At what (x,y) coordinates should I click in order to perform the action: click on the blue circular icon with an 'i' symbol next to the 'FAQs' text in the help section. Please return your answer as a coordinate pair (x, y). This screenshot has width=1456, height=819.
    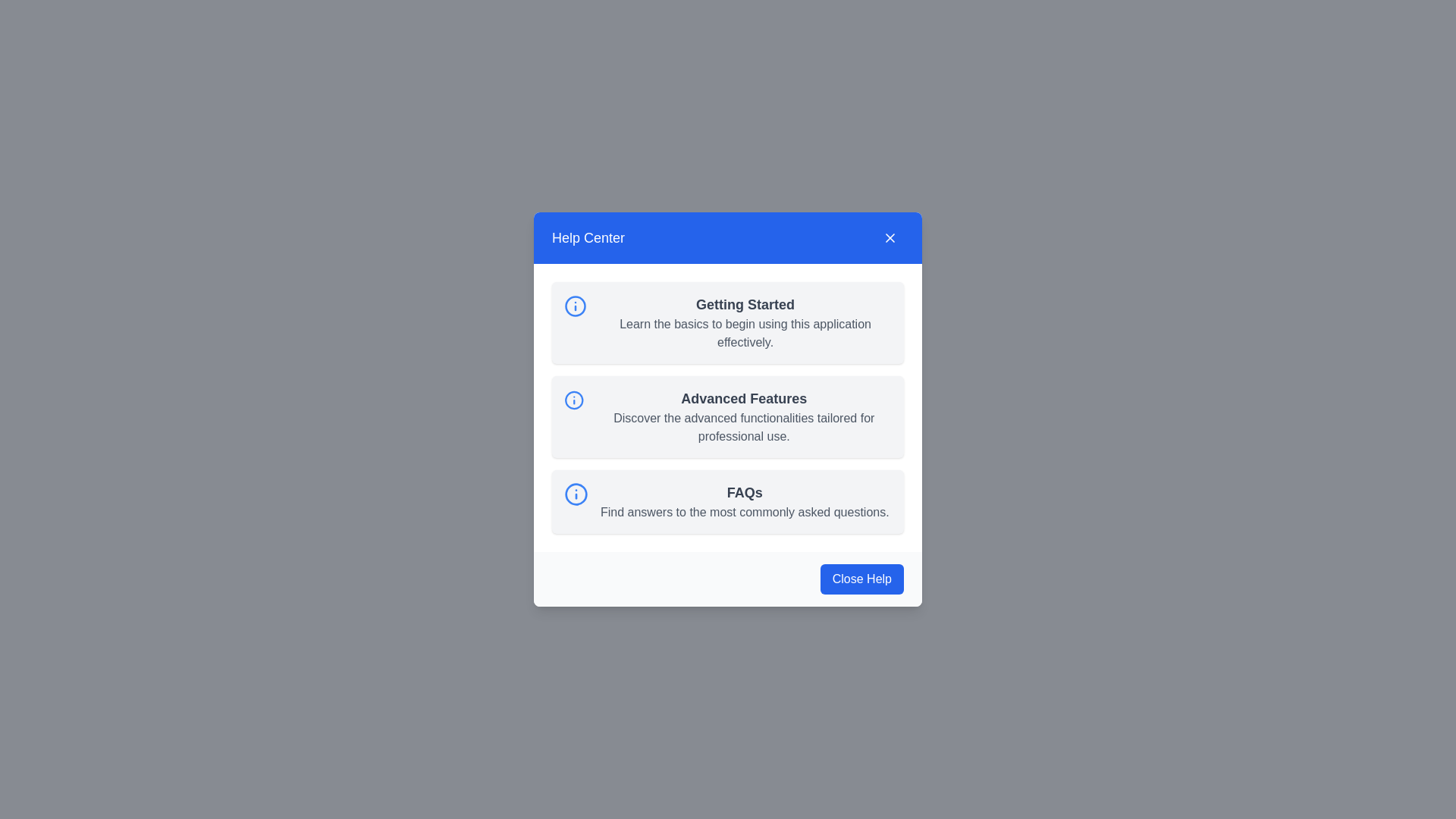
    Looking at the image, I should click on (728, 502).